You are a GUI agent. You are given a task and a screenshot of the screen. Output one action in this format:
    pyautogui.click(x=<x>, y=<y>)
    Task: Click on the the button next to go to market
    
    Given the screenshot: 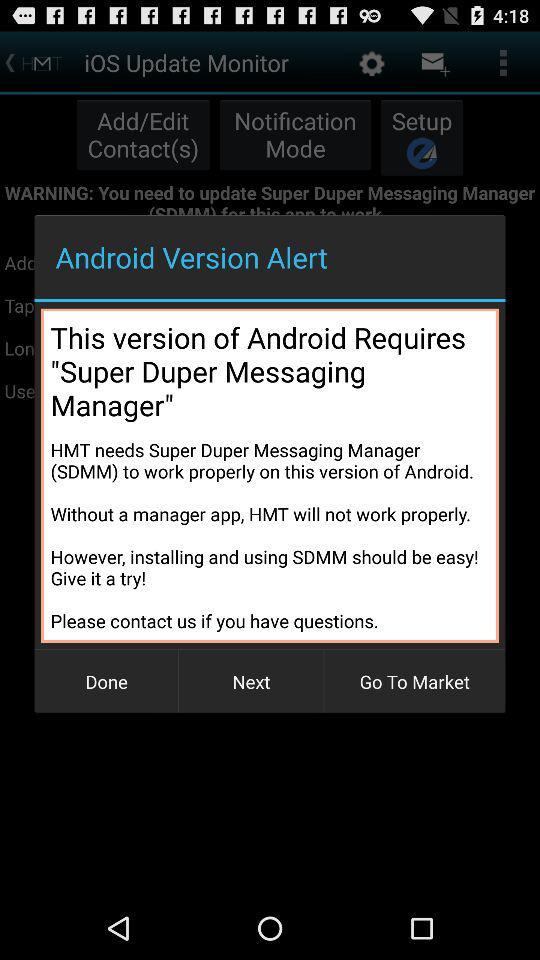 What is the action you would take?
    pyautogui.click(x=251, y=681)
    